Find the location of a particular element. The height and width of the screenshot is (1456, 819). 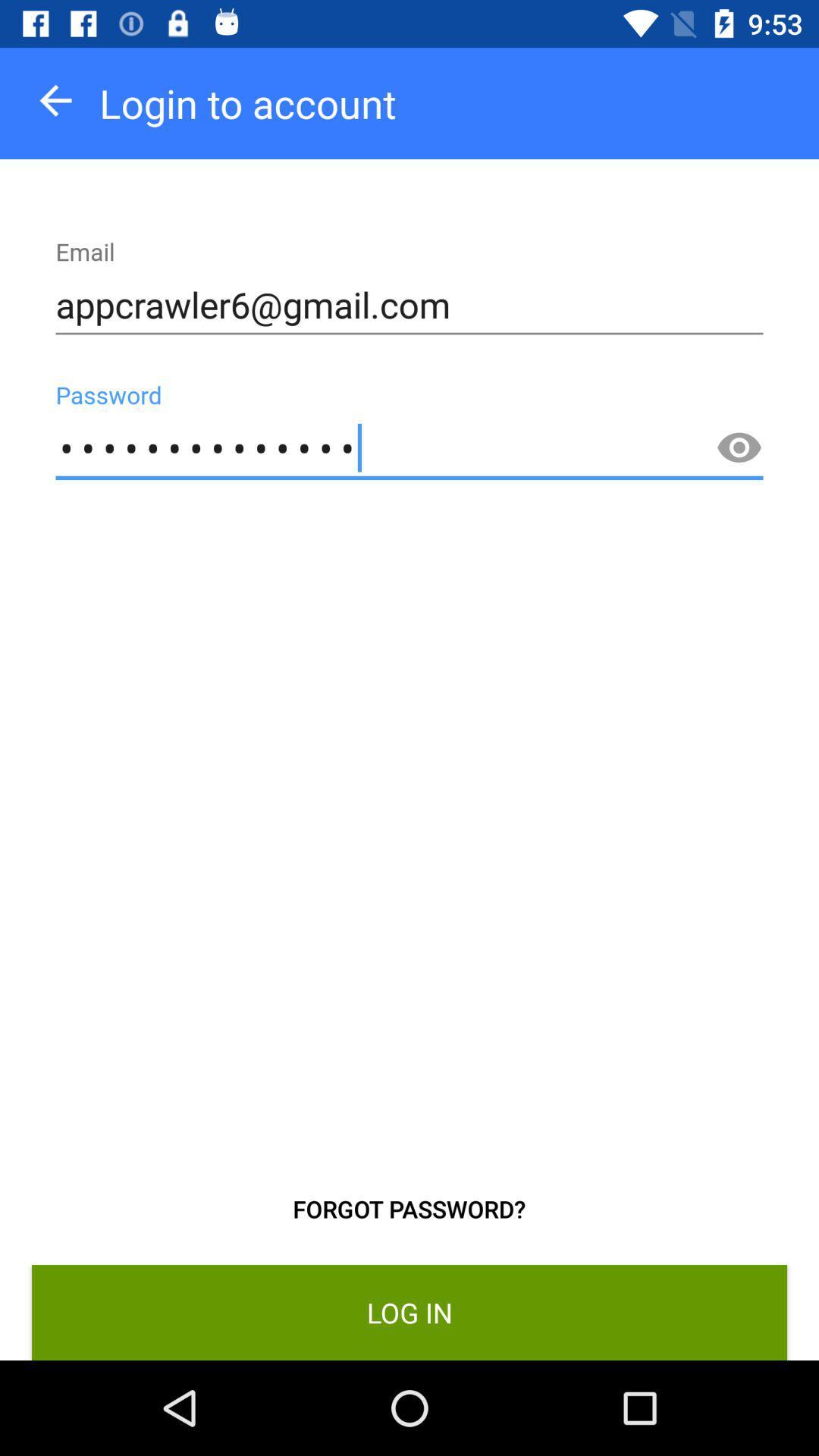

the icon above the appcrawler6@gmail.com is located at coordinates (55, 99).